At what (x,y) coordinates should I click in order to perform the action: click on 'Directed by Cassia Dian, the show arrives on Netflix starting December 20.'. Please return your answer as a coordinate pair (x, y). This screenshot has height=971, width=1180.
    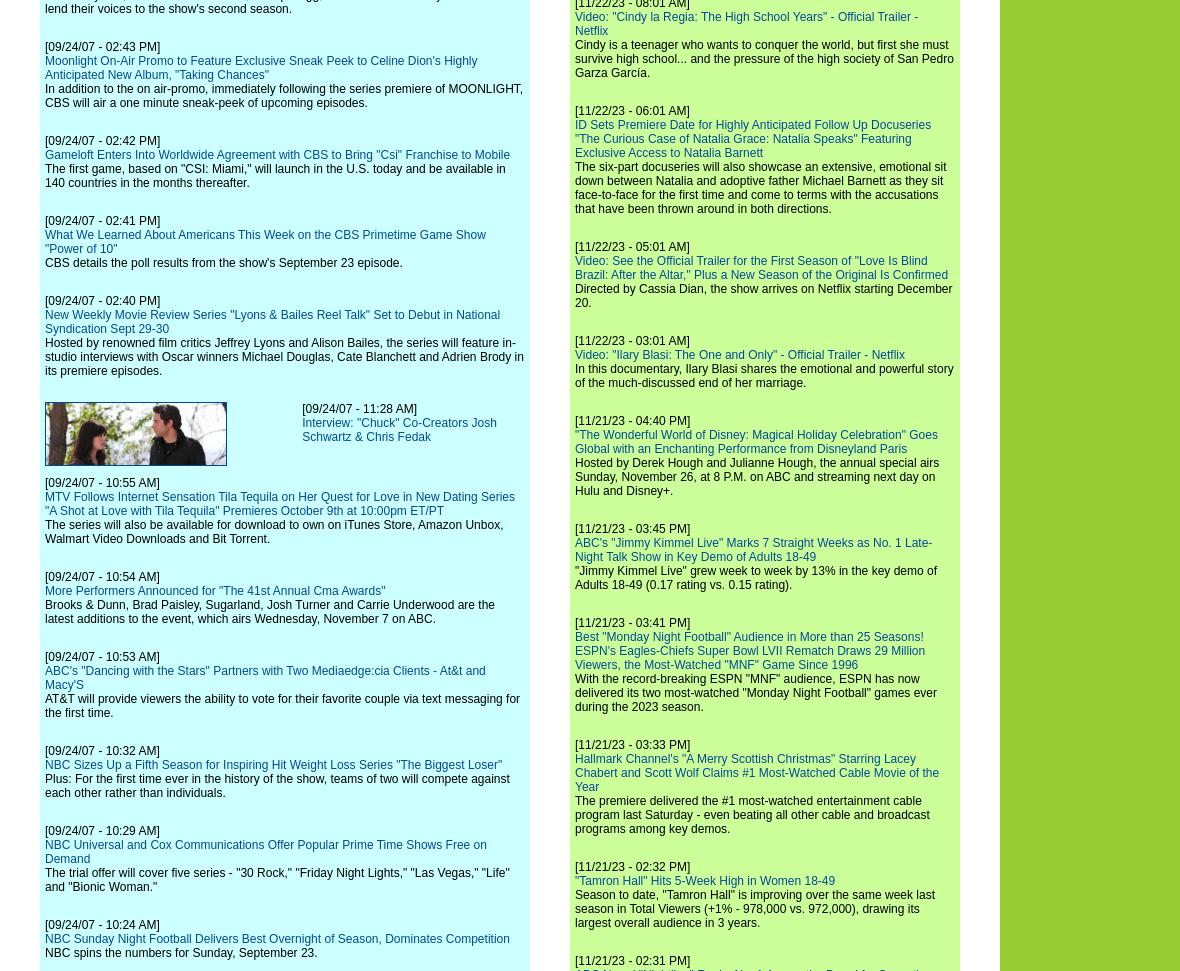
    Looking at the image, I should click on (575, 294).